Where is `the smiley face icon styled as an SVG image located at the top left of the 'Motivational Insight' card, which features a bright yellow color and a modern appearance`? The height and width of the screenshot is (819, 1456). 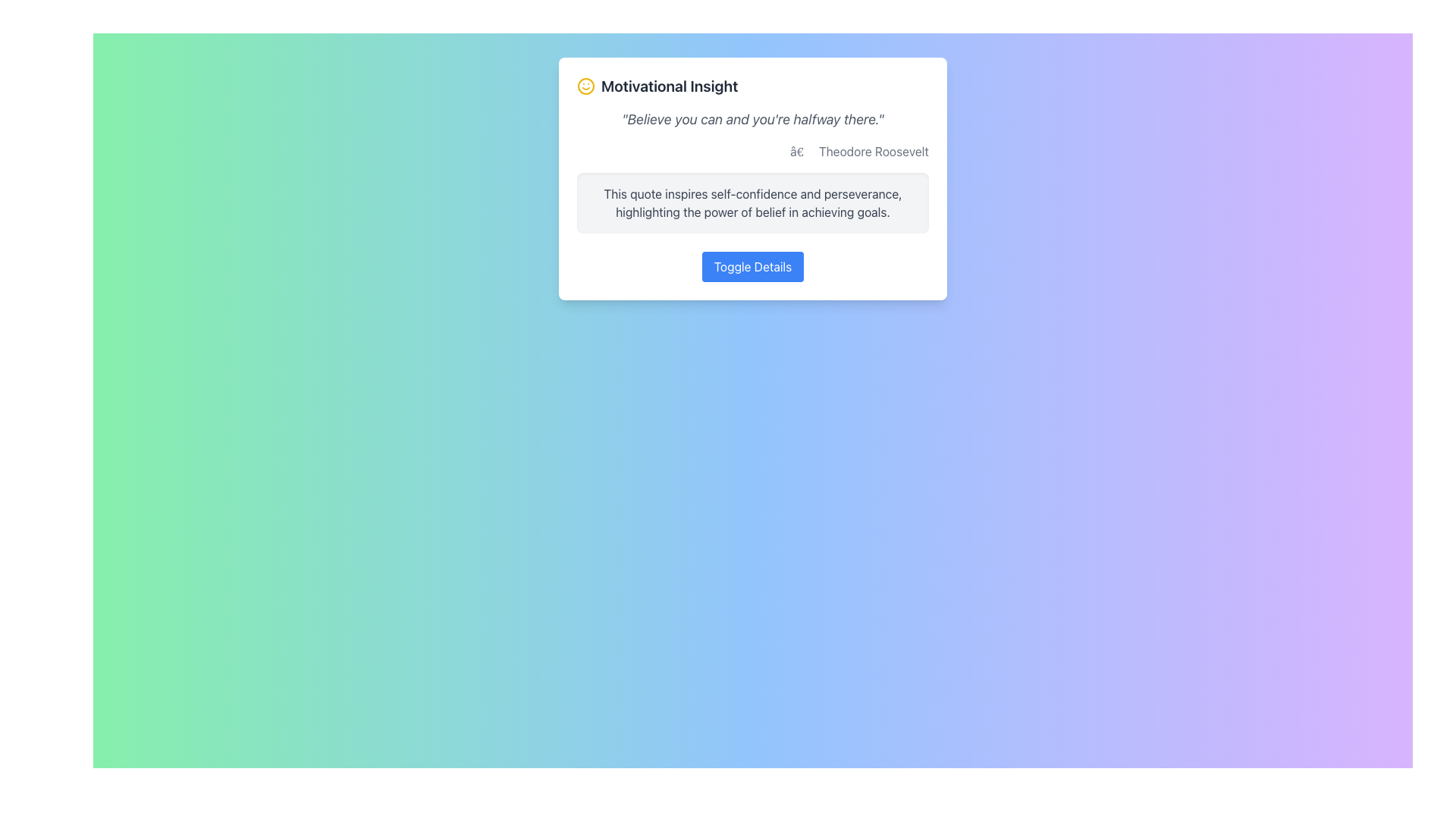 the smiley face icon styled as an SVG image located at the top left of the 'Motivational Insight' card, which features a bright yellow color and a modern appearance is located at coordinates (585, 86).